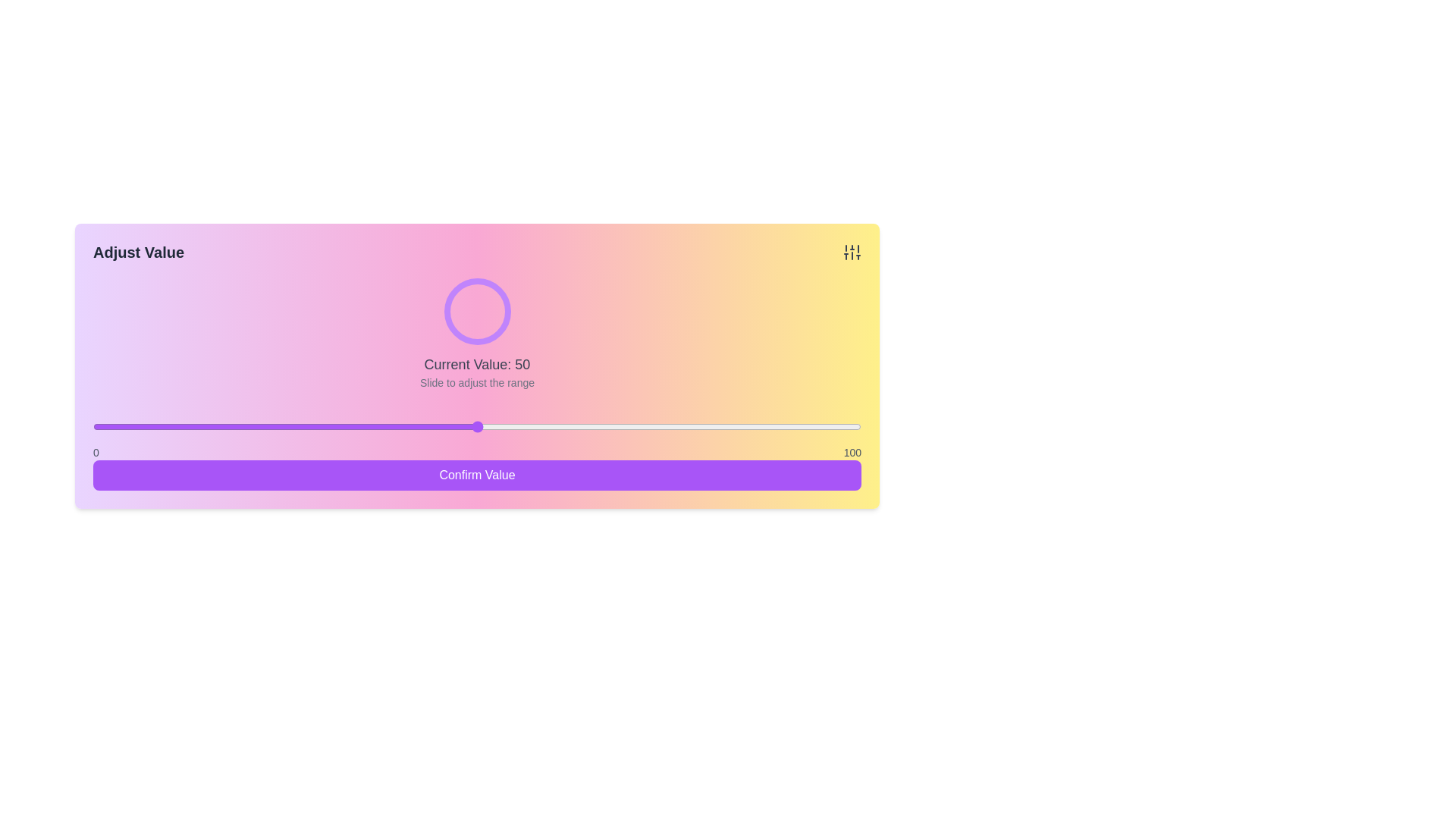 The image size is (1456, 819). What do you see at coordinates (683, 427) in the screenshot?
I see `the slider to set the value to 77` at bounding box center [683, 427].